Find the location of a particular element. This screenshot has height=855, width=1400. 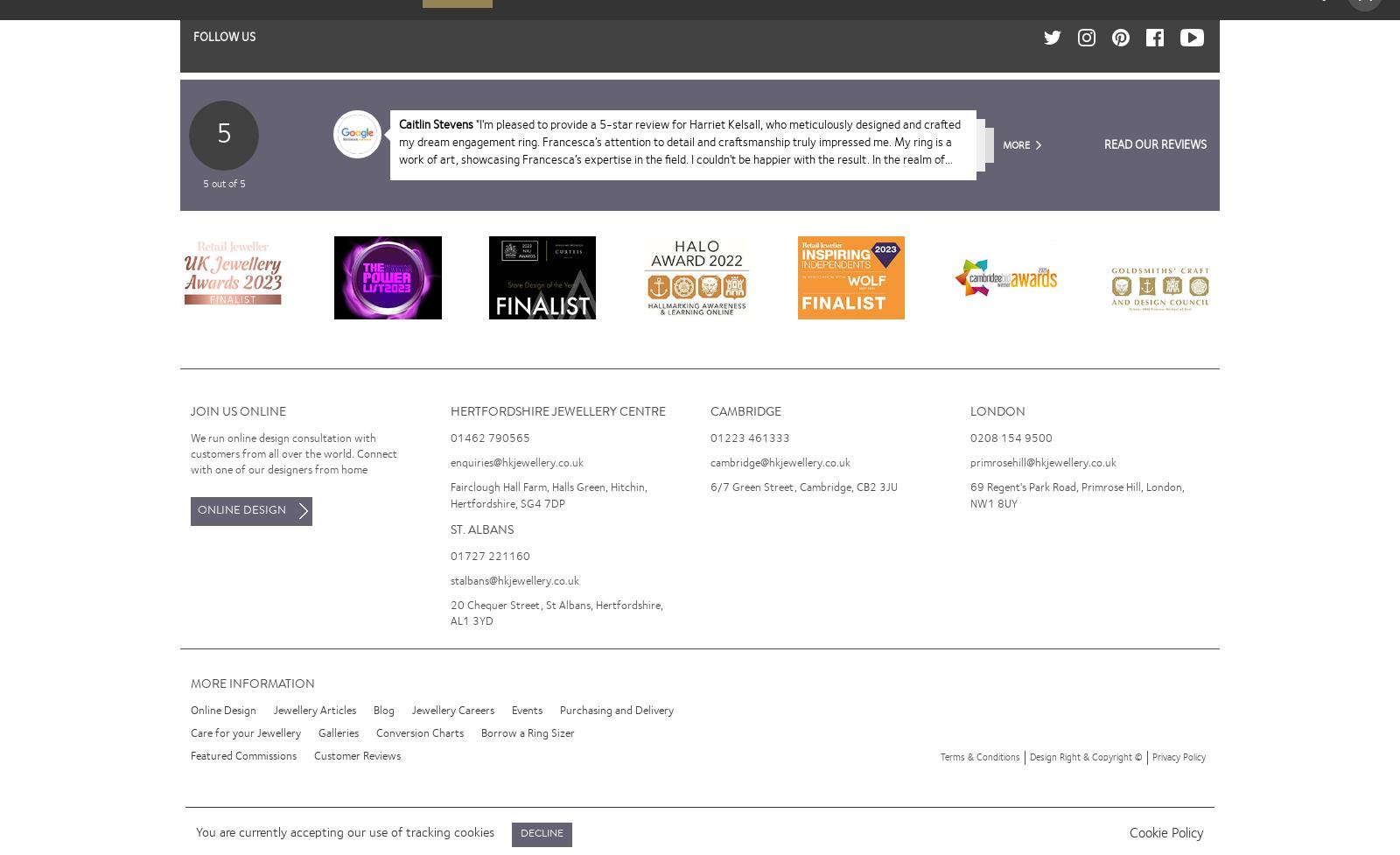

'Privacy Policy' is located at coordinates (1178, 756).